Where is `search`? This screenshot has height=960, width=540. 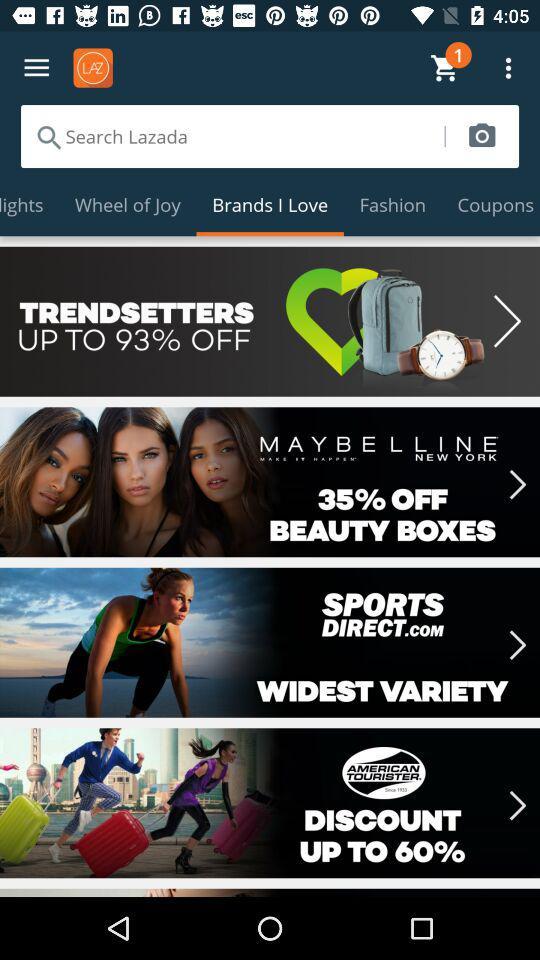 search is located at coordinates (231, 135).